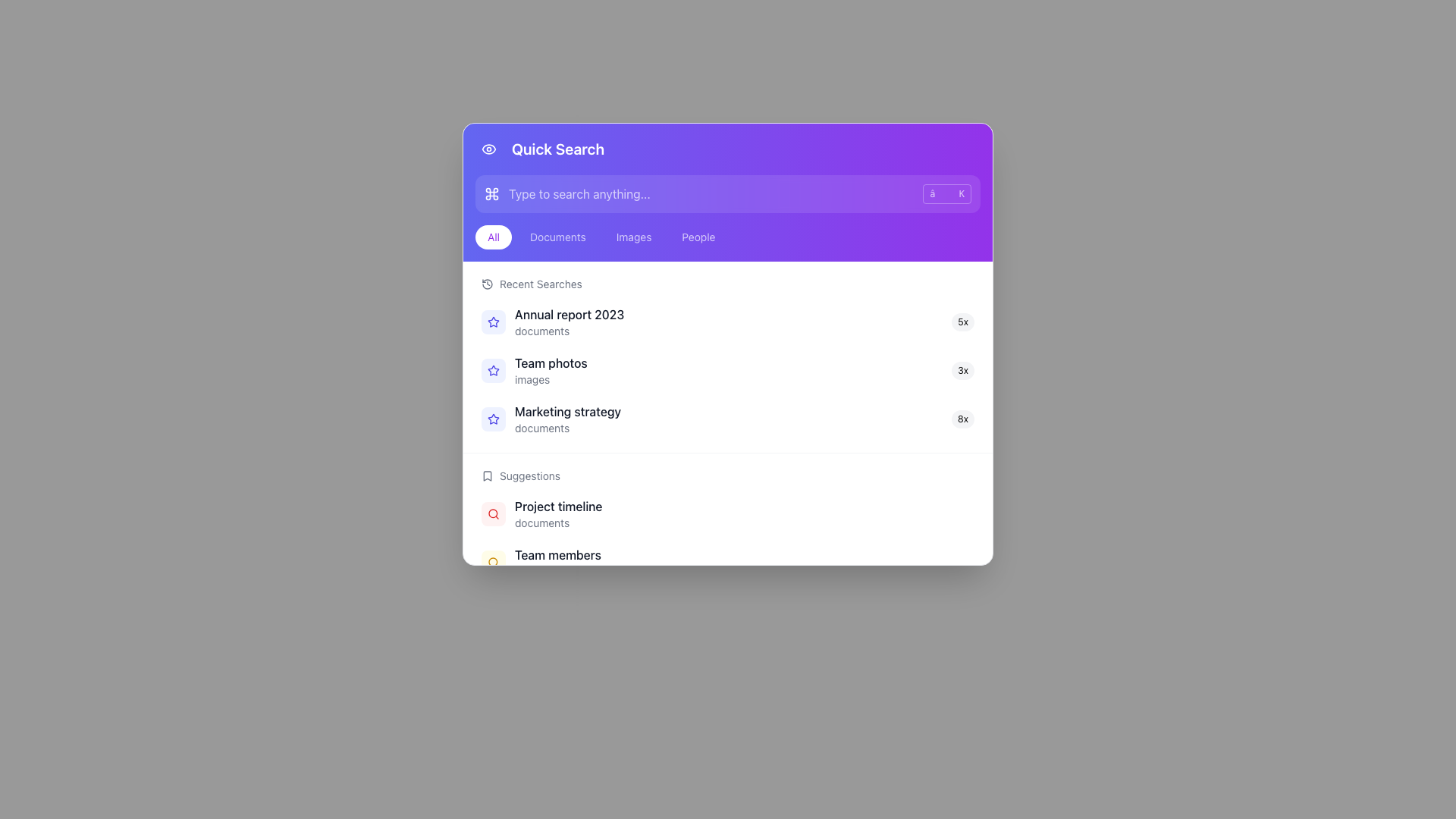  Describe the element at coordinates (728, 548) in the screenshot. I see `the List Section which provides suggestions to the user, located below the 'Recent Searches' section` at that location.